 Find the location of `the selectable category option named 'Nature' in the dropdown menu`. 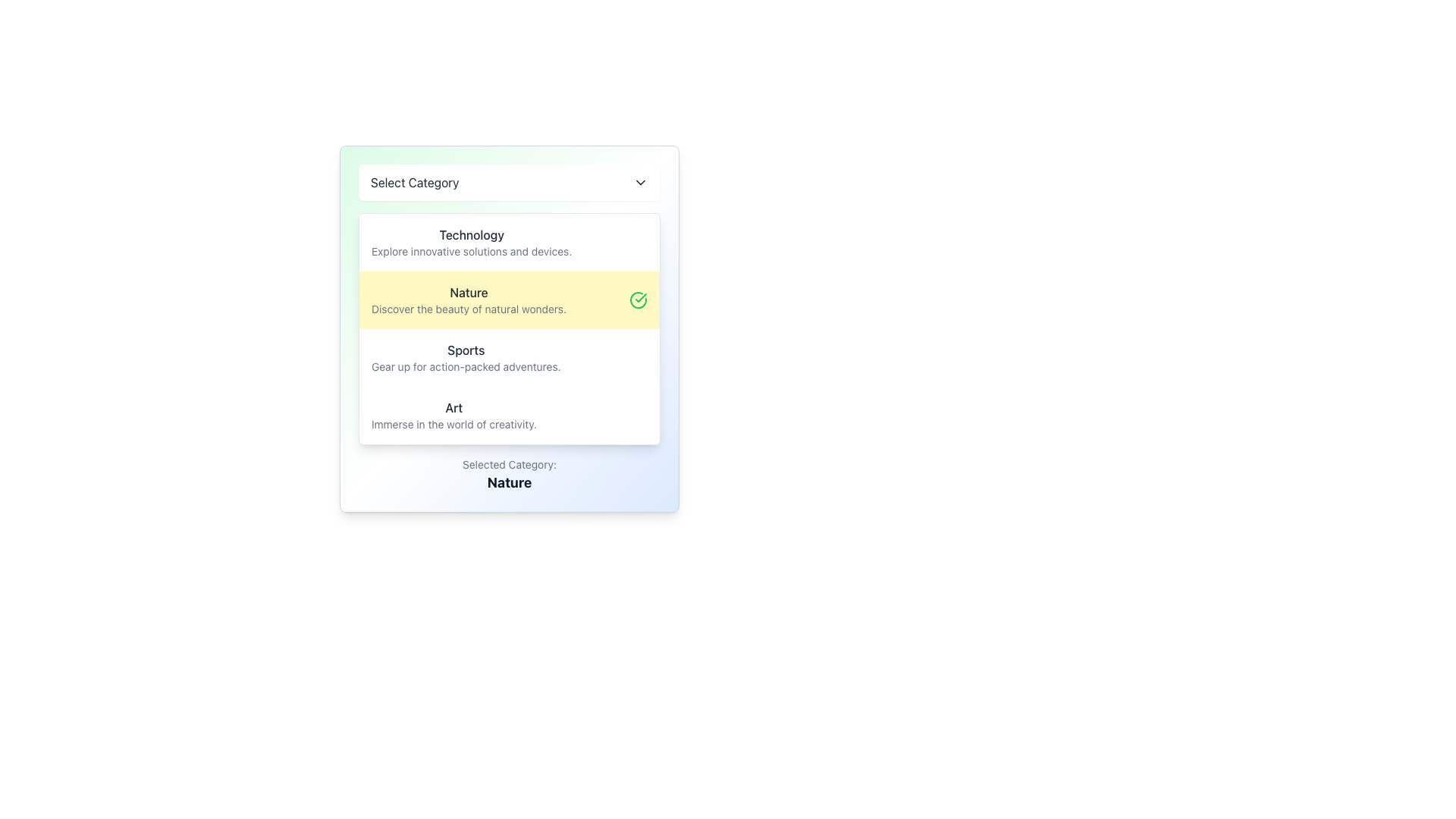

the selectable category option named 'Nature' in the dropdown menu is located at coordinates (510, 328).